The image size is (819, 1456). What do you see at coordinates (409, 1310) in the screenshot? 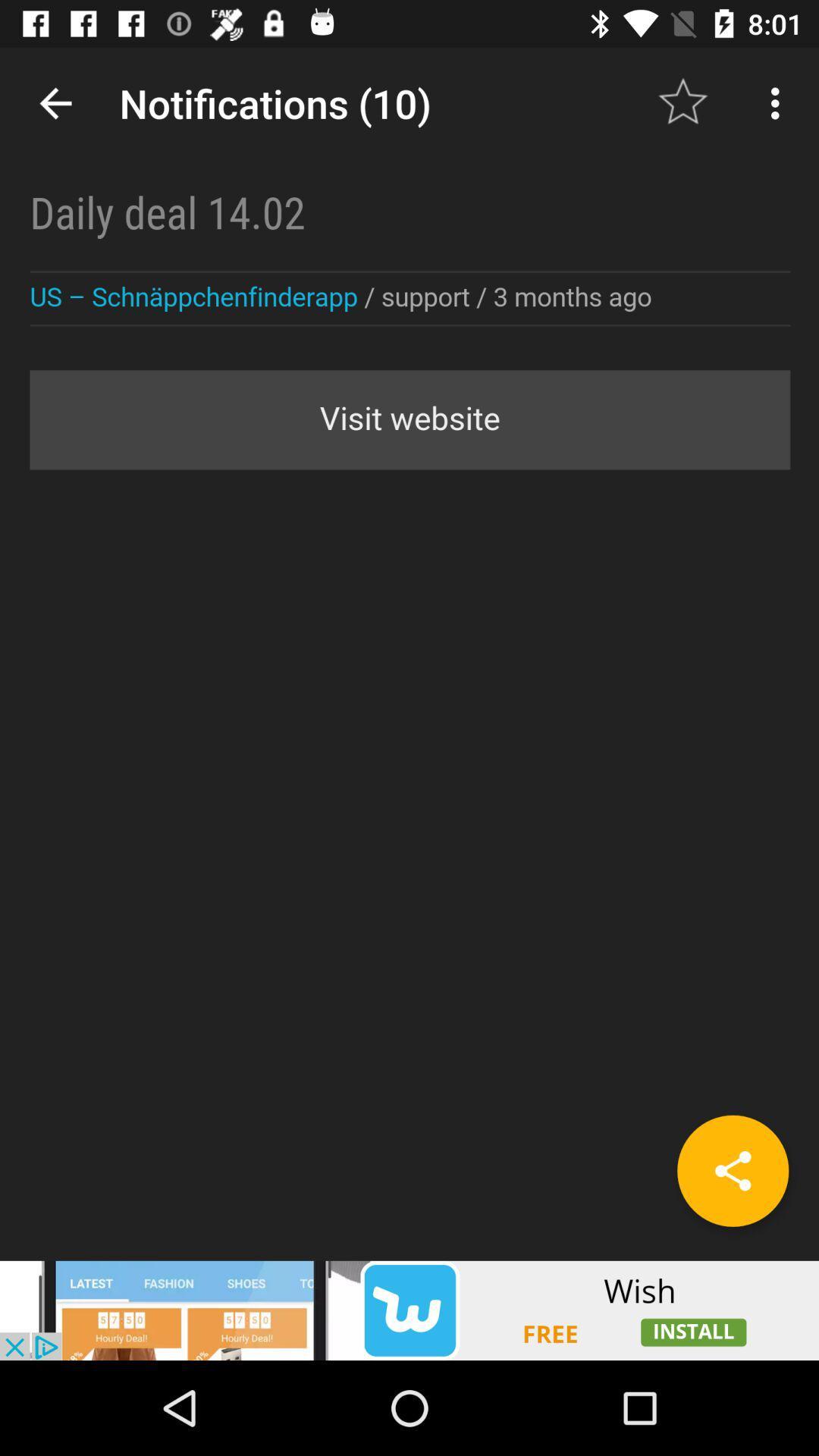
I see `web page pop up advertisement` at bounding box center [409, 1310].